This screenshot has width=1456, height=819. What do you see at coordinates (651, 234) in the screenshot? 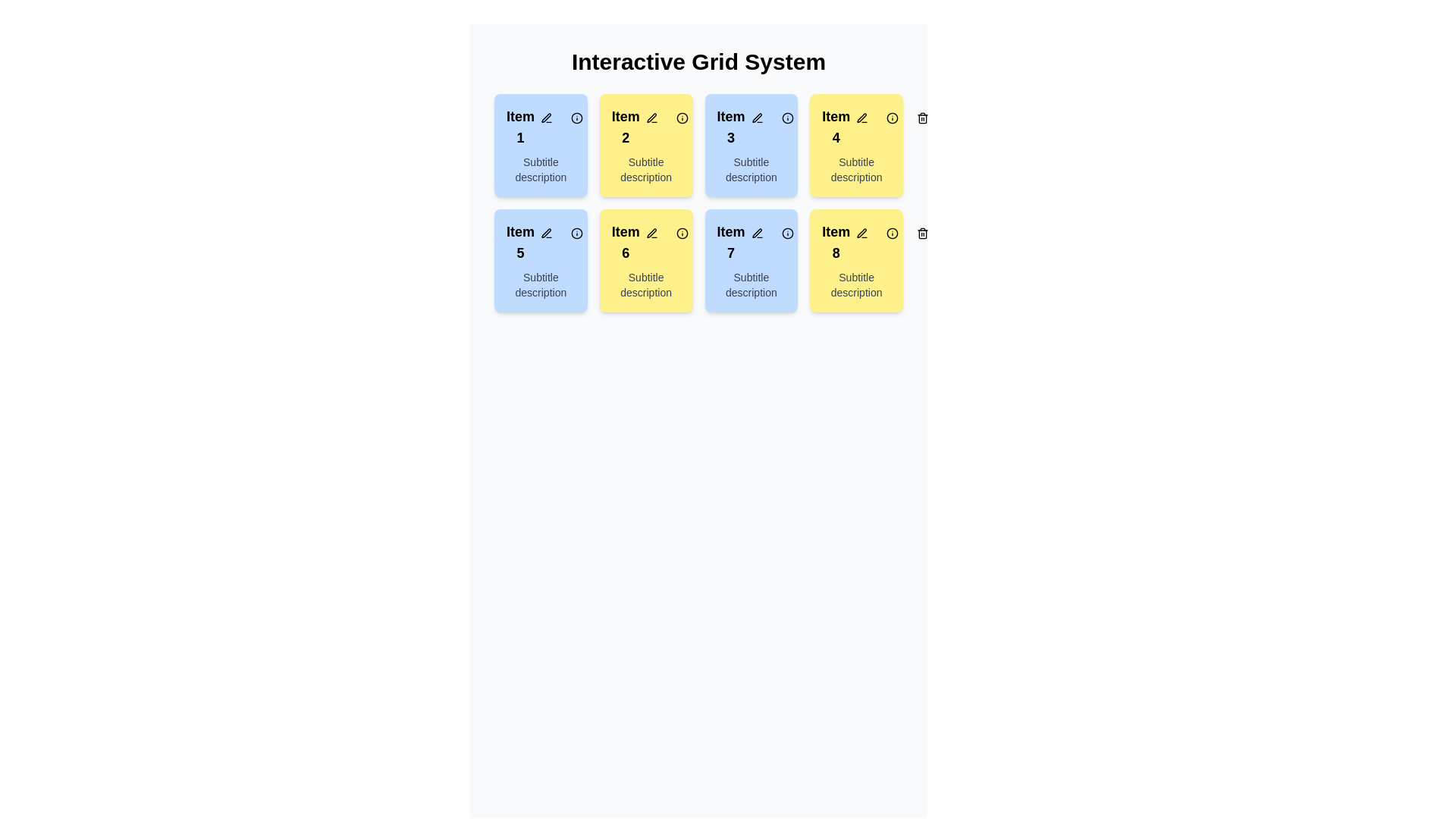
I see `the circular button with a pen icon located to the right of the sixth item in the grid layout` at bounding box center [651, 234].